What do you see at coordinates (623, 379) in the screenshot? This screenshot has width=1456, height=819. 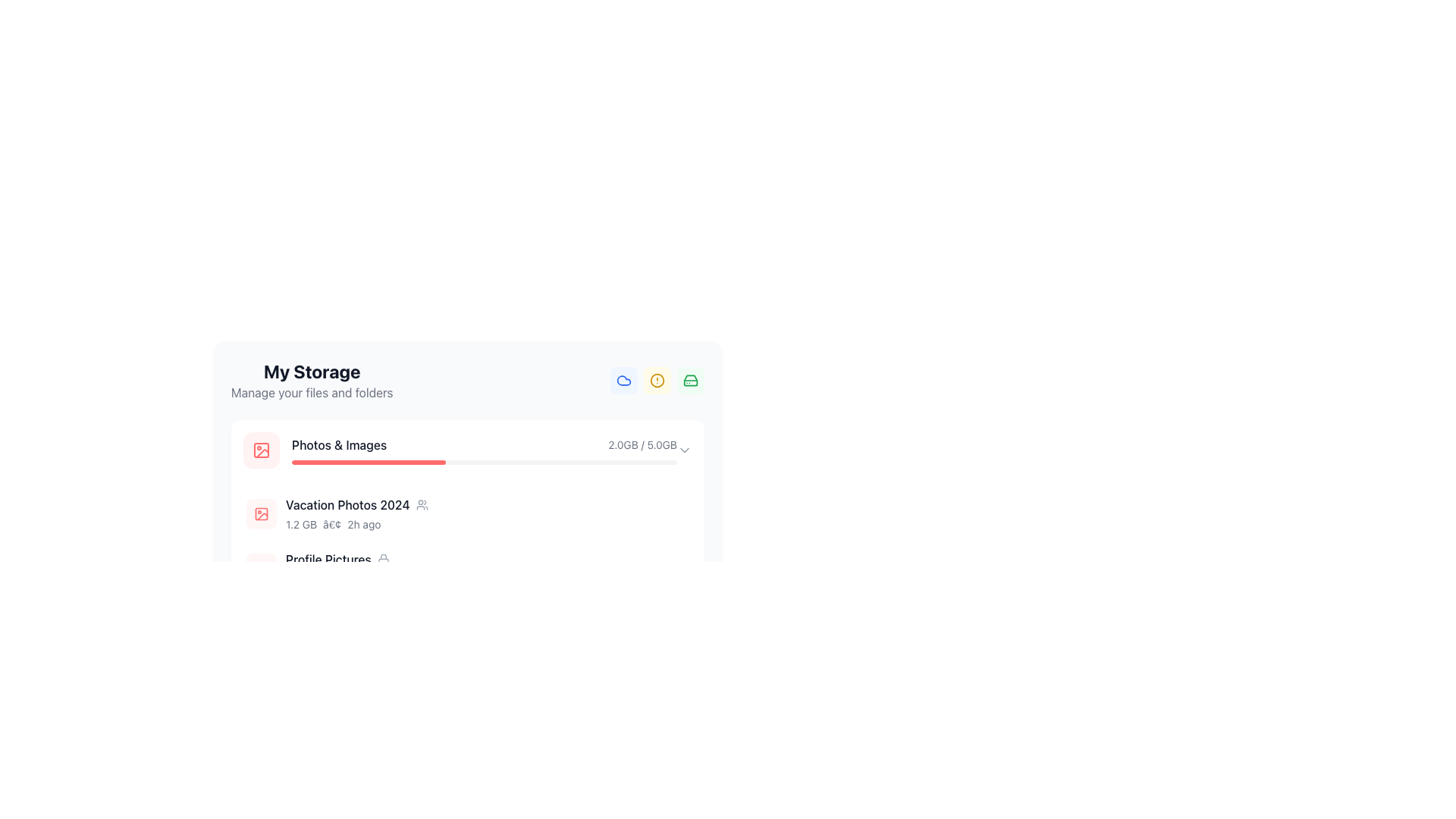 I see `the cloud-related status indicator icon located in the top-right corner of the interface` at bounding box center [623, 379].